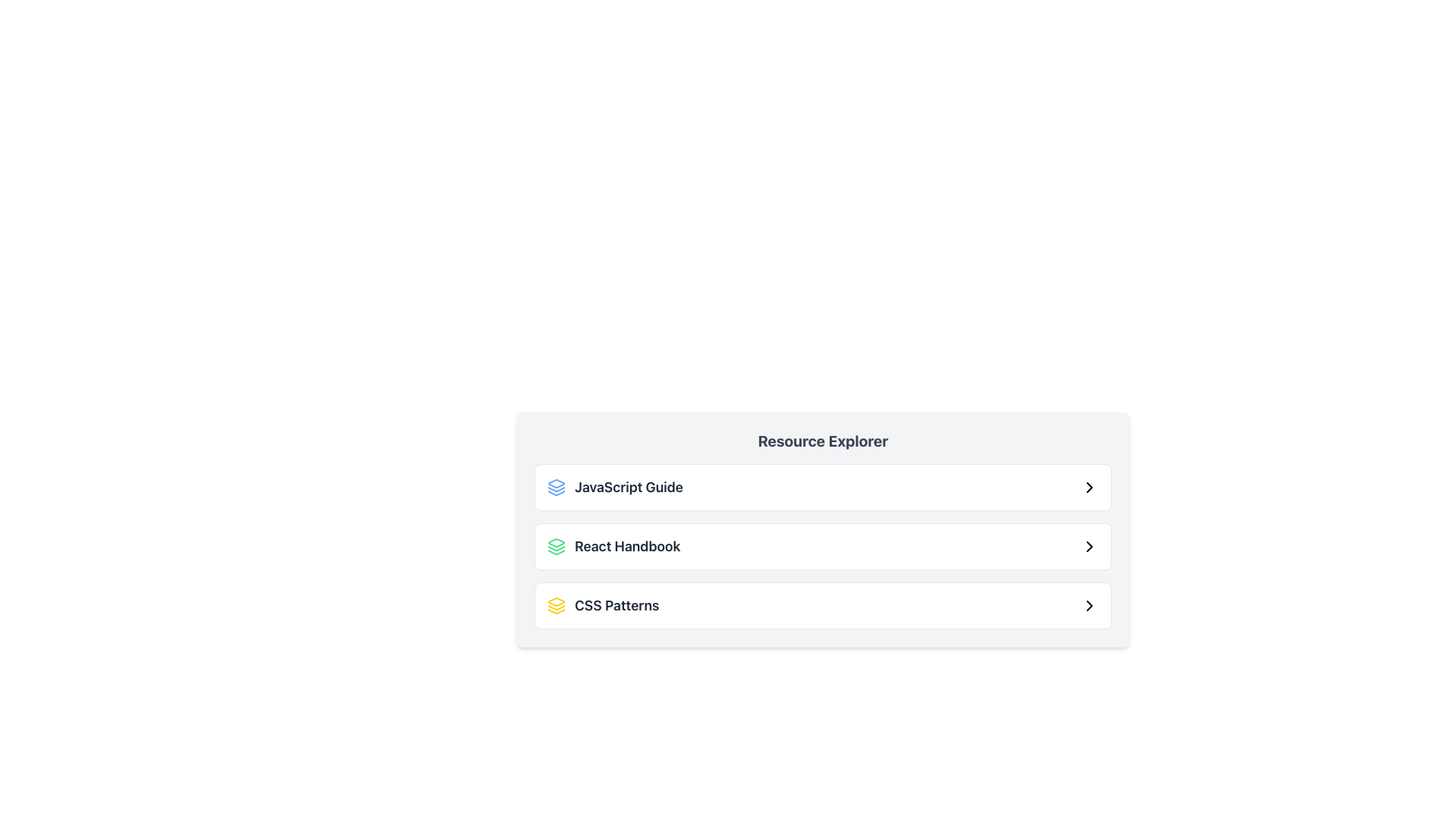 The image size is (1456, 819). I want to click on the interactive list item labeled 'CSS Patterns', so click(822, 604).